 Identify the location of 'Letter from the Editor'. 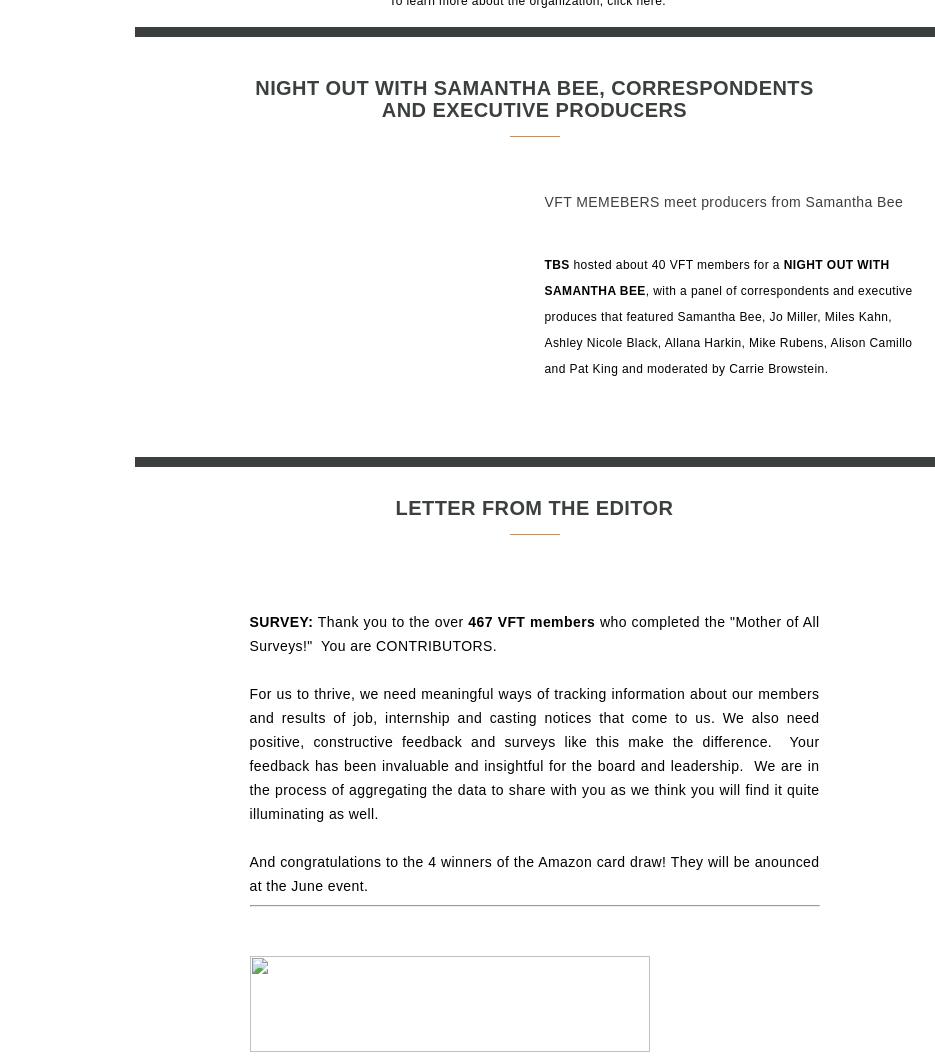
(532, 507).